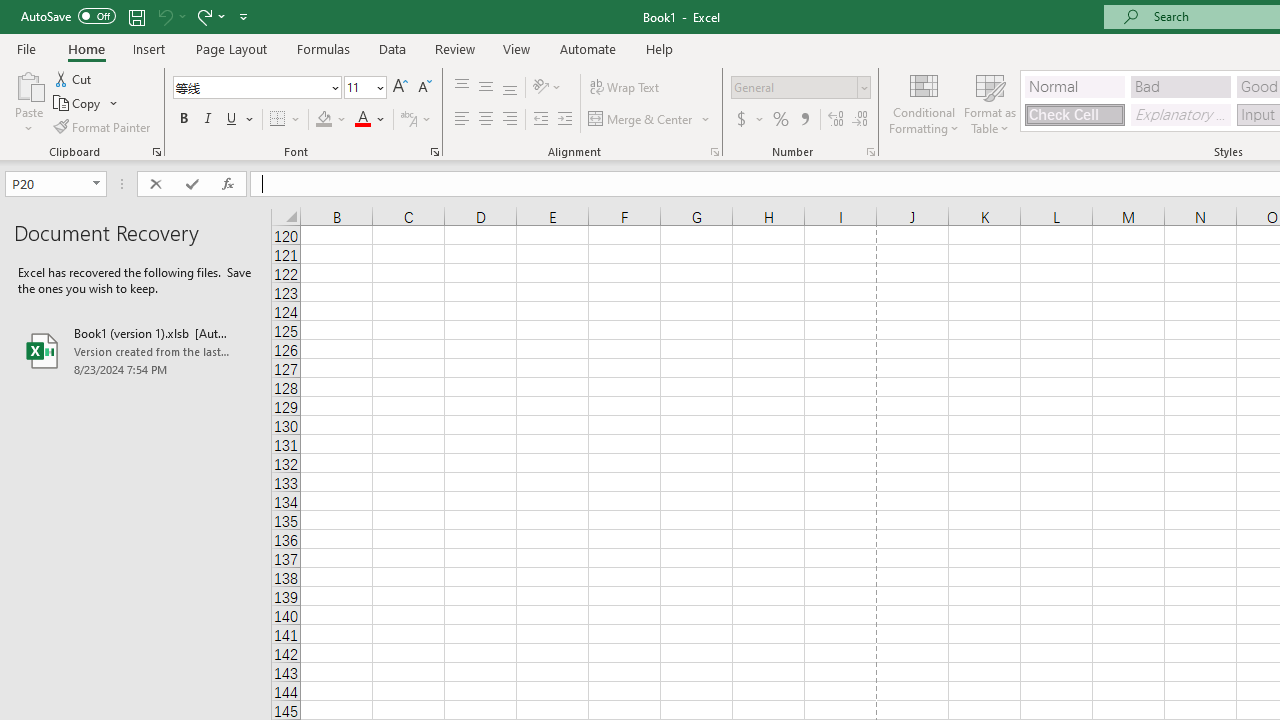 This screenshot has width=1280, height=720. Describe the element at coordinates (540, 119) in the screenshot. I see `'Decrease Indent'` at that location.